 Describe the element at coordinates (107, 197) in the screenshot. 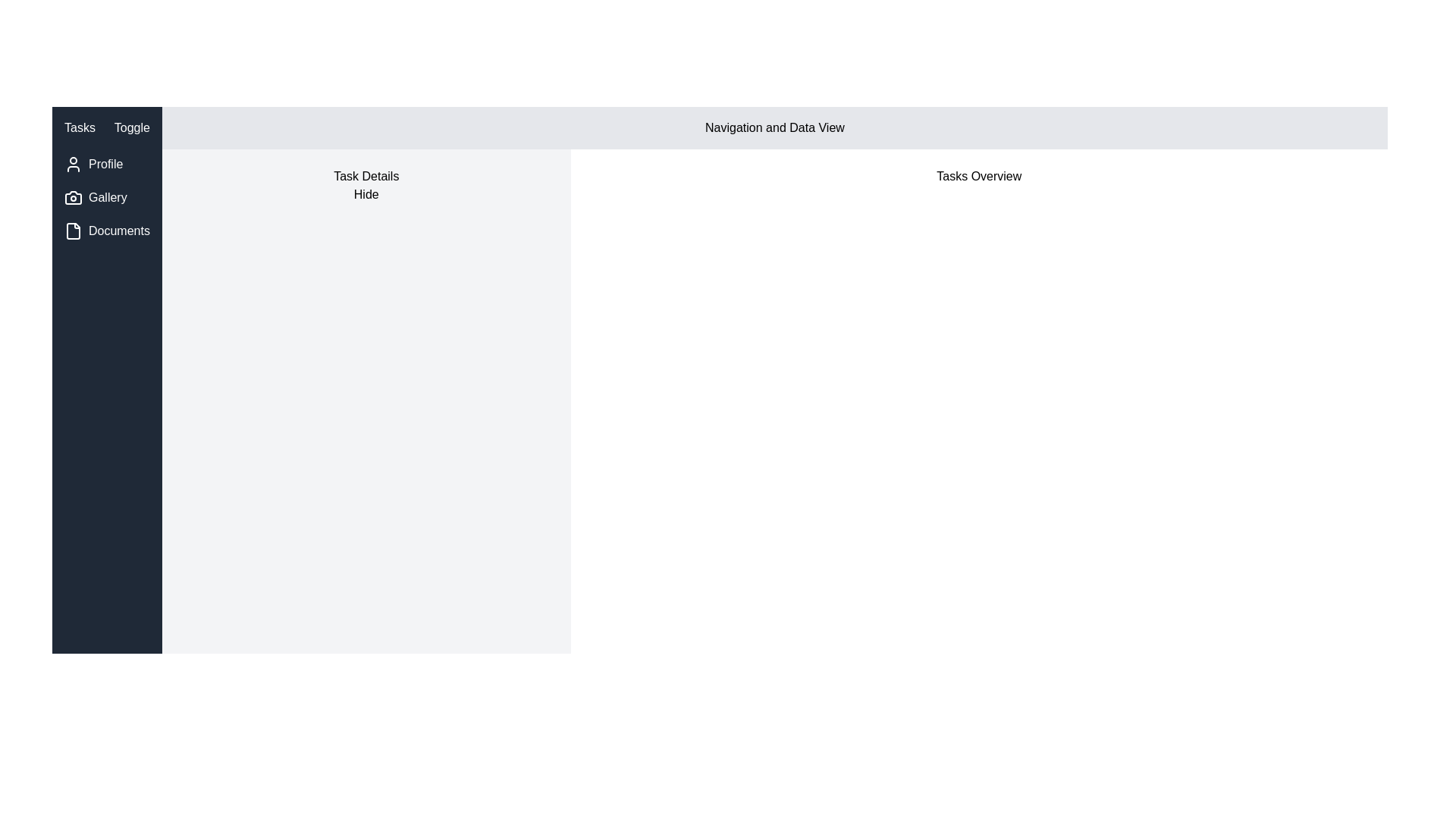

I see `the 'Gallery' text label, which is styled with white text on a dark background, located in the second option of the vertical list on the left sidebar, aligned to the right of a camera icon` at that location.